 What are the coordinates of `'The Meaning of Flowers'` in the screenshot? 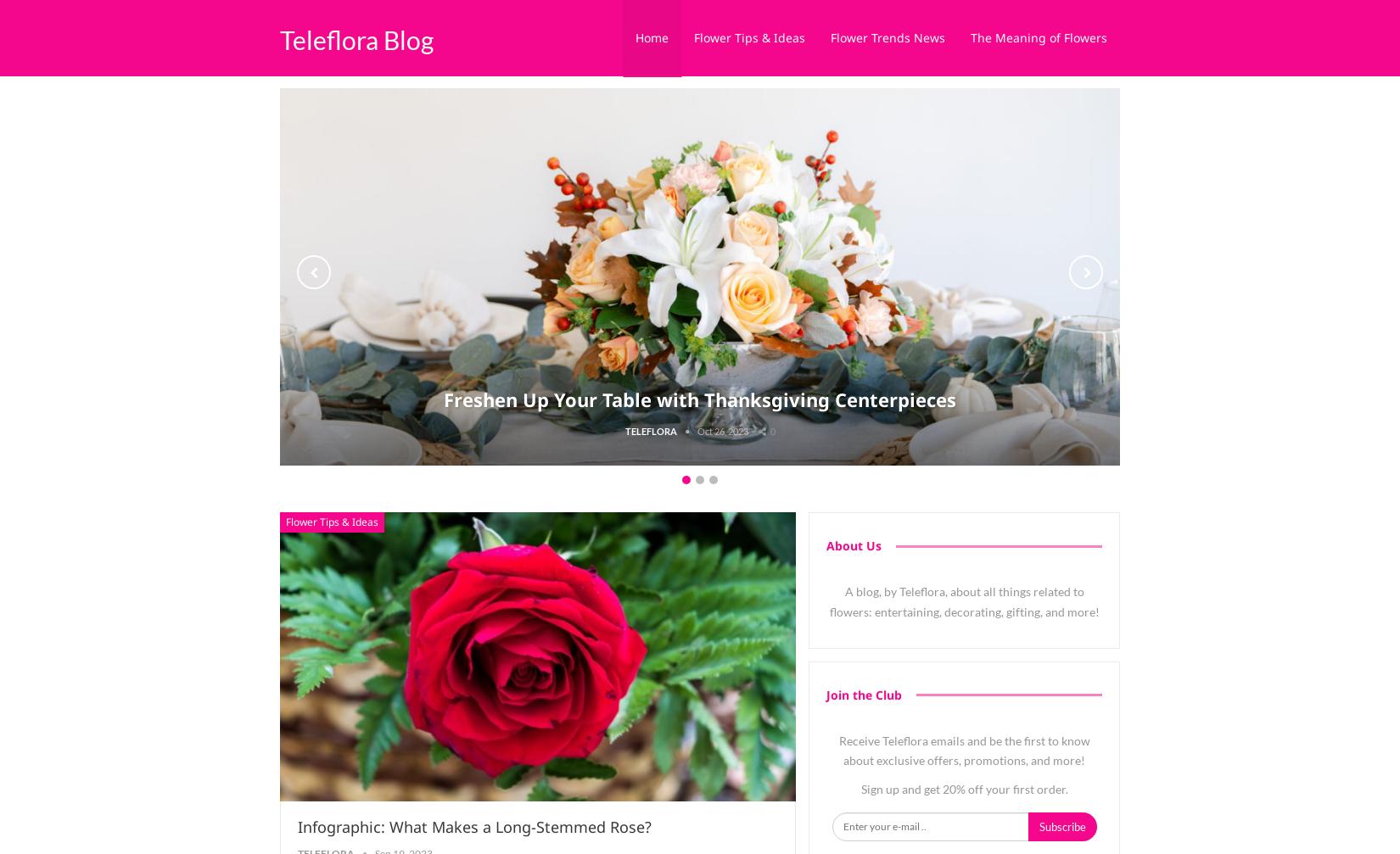 It's located at (1039, 37).